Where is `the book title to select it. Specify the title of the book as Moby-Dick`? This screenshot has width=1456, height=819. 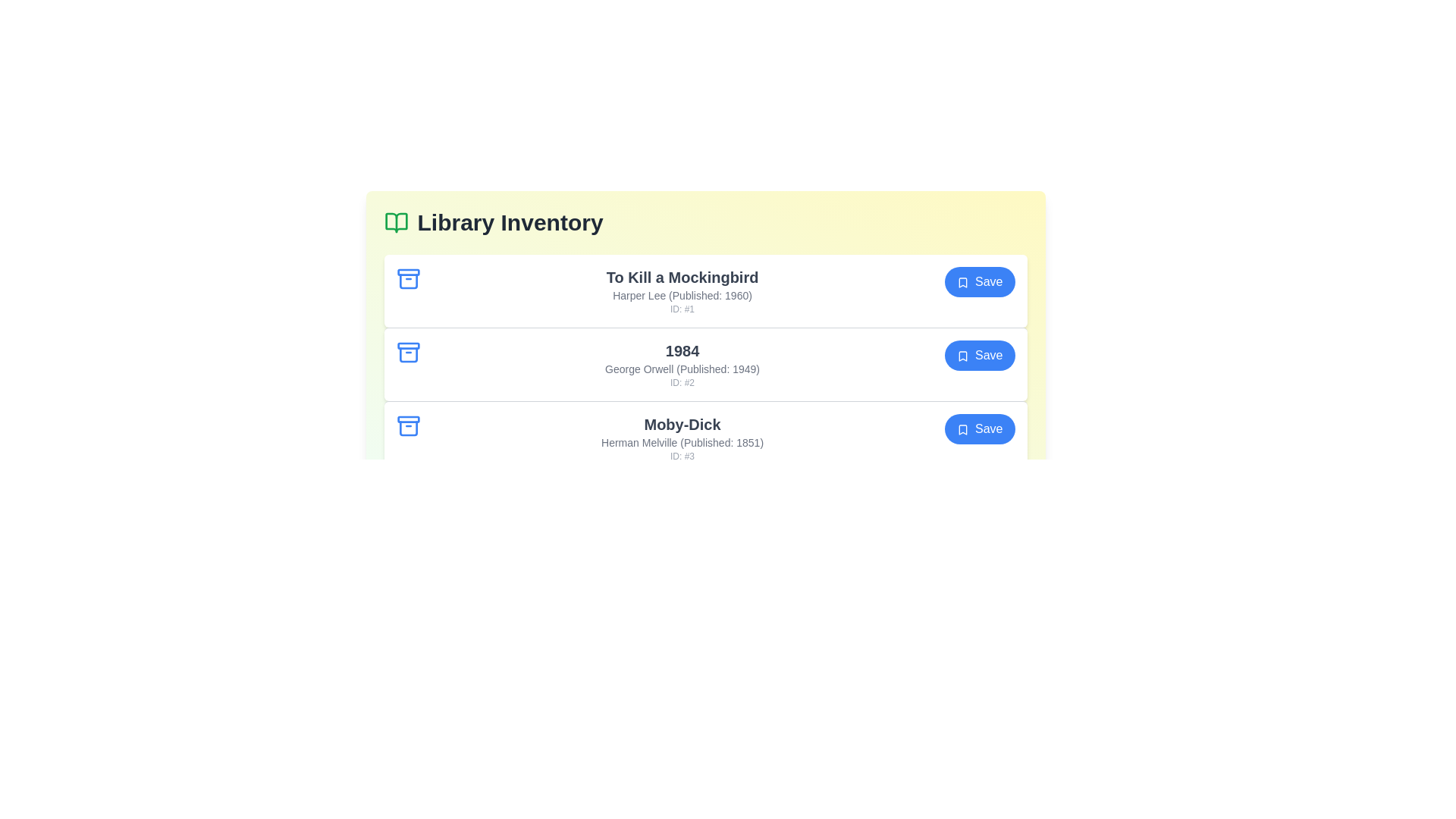
the book title to select it. Specify the title of the book as Moby-Dick is located at coordinates (682, 424).